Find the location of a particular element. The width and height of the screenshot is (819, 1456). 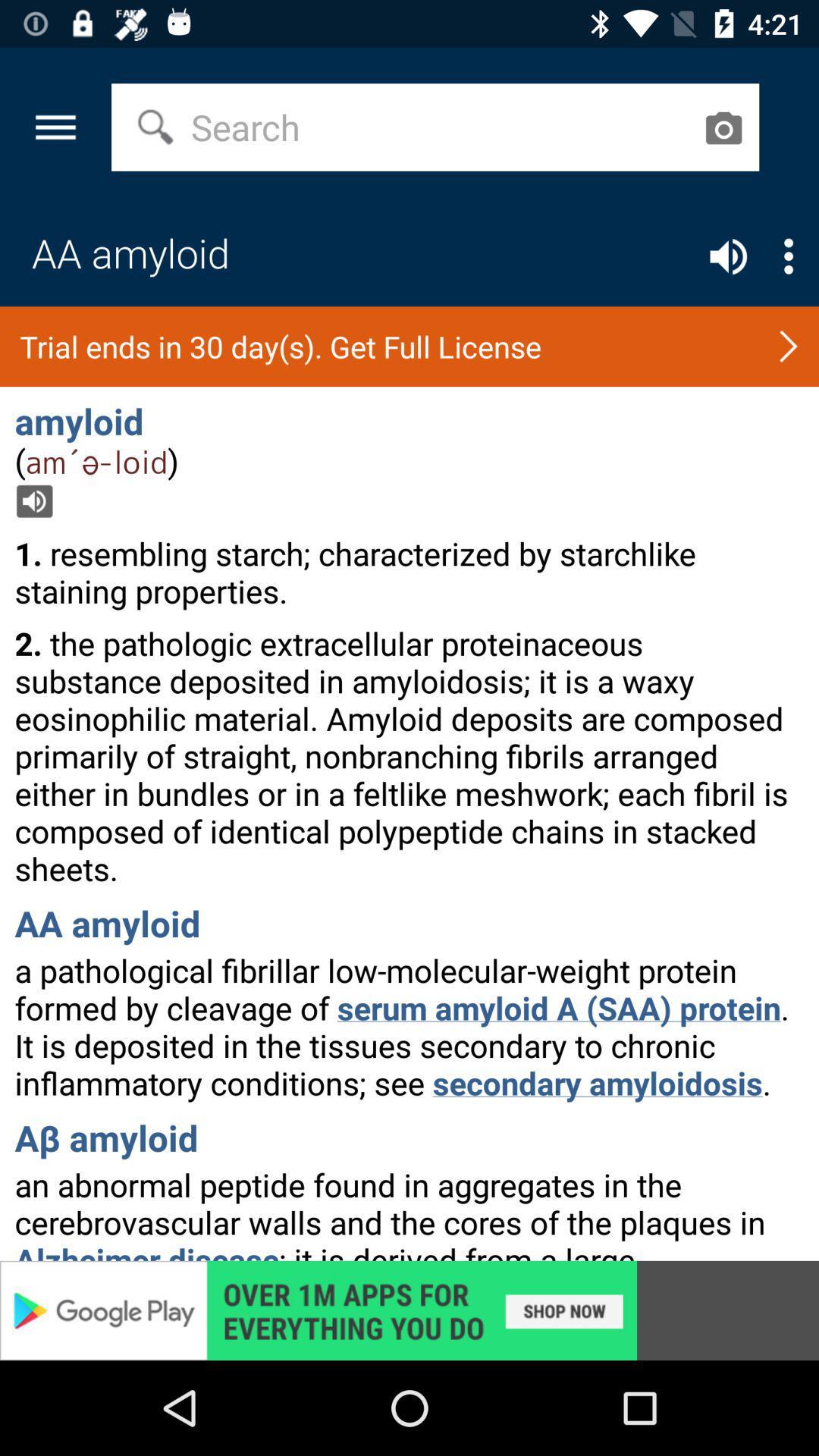

list button is located at coordinates (788, 256).